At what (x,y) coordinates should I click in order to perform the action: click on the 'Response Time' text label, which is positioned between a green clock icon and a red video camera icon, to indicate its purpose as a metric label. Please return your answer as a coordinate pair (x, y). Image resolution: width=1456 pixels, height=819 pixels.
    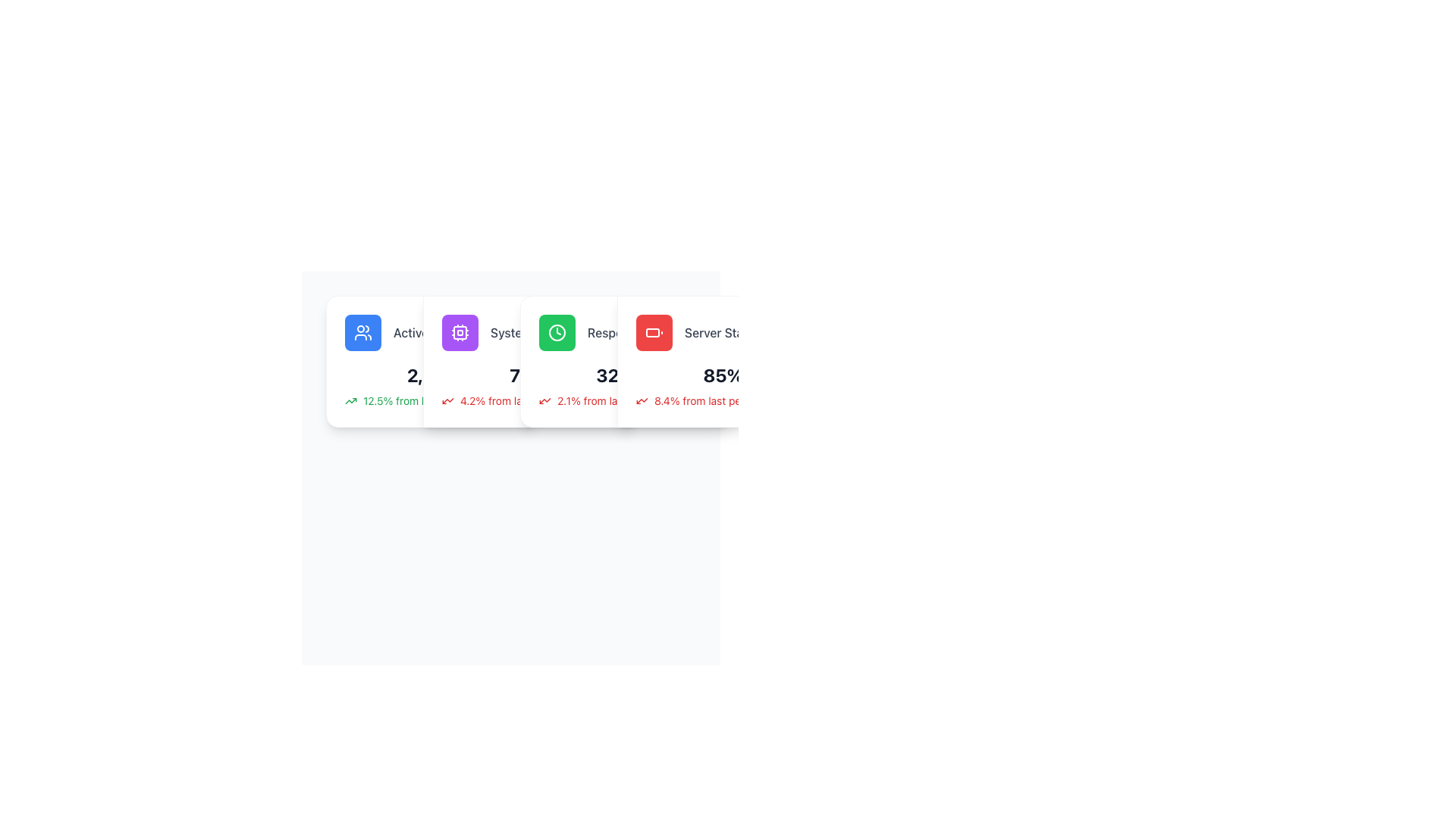
    Looking at the image, I should click on (630, 332).